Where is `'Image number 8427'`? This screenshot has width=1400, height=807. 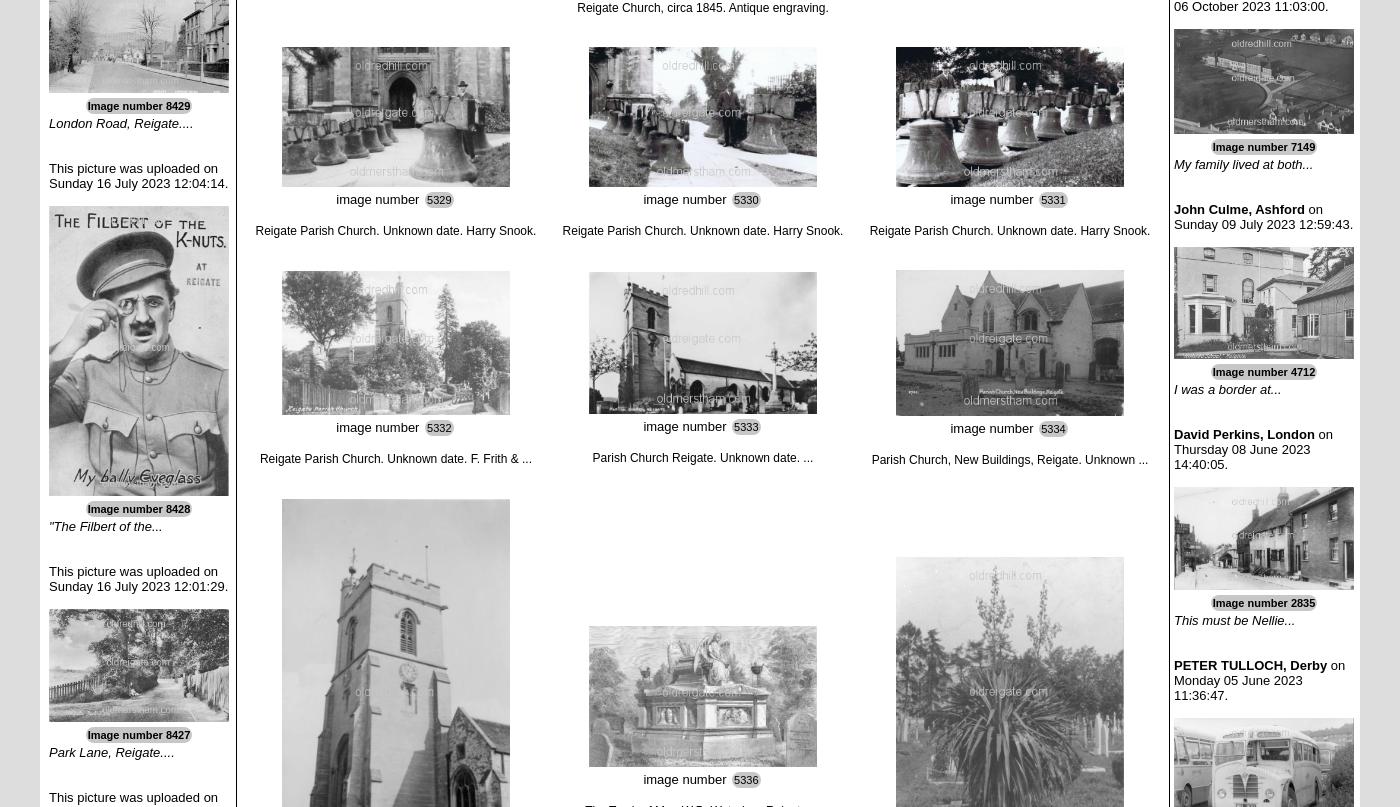 'Image number 8427' is located at coordinates (138, 732).